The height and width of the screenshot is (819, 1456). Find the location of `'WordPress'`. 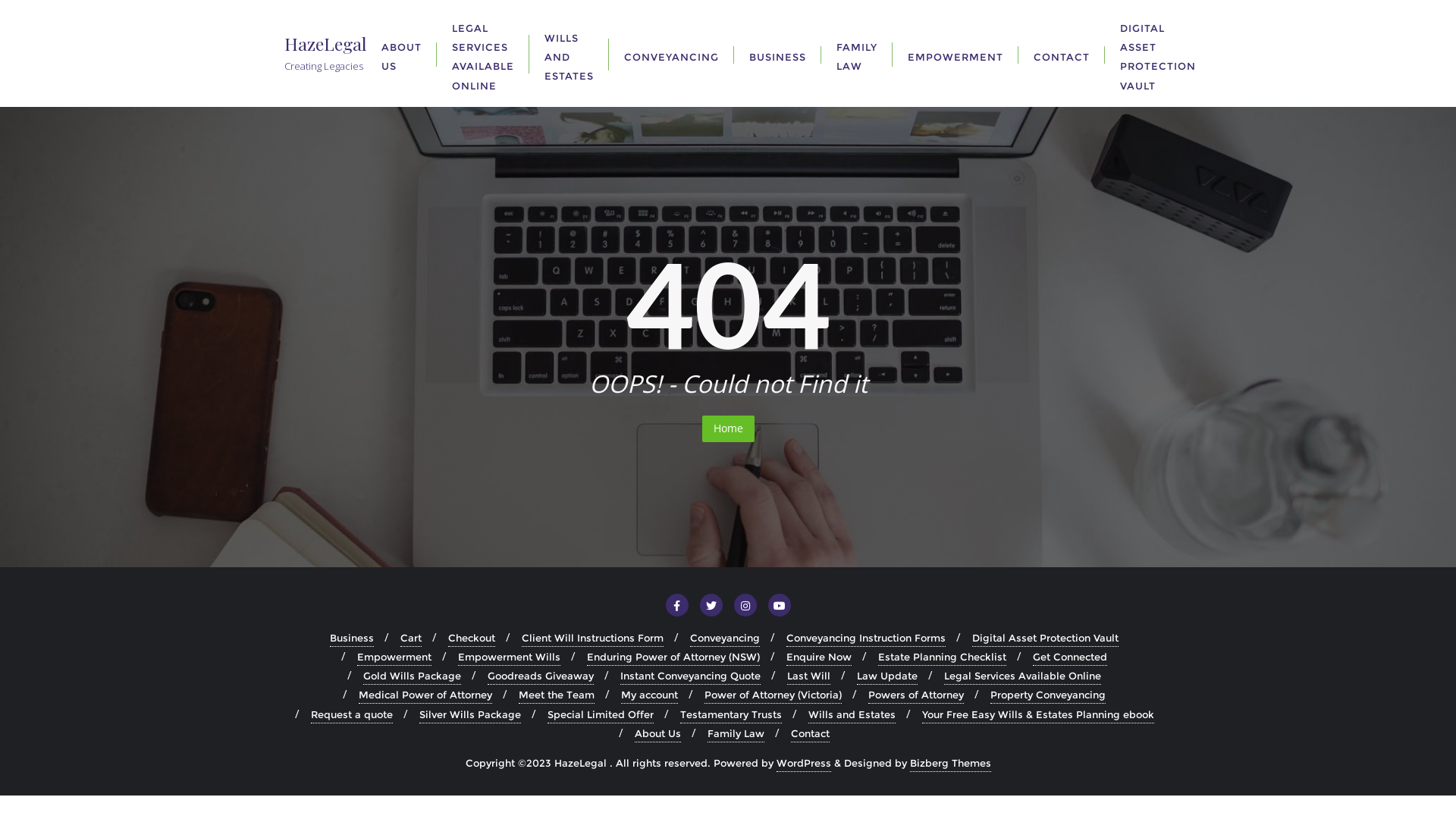

'WordPress' is located at coordinates (803, 763).